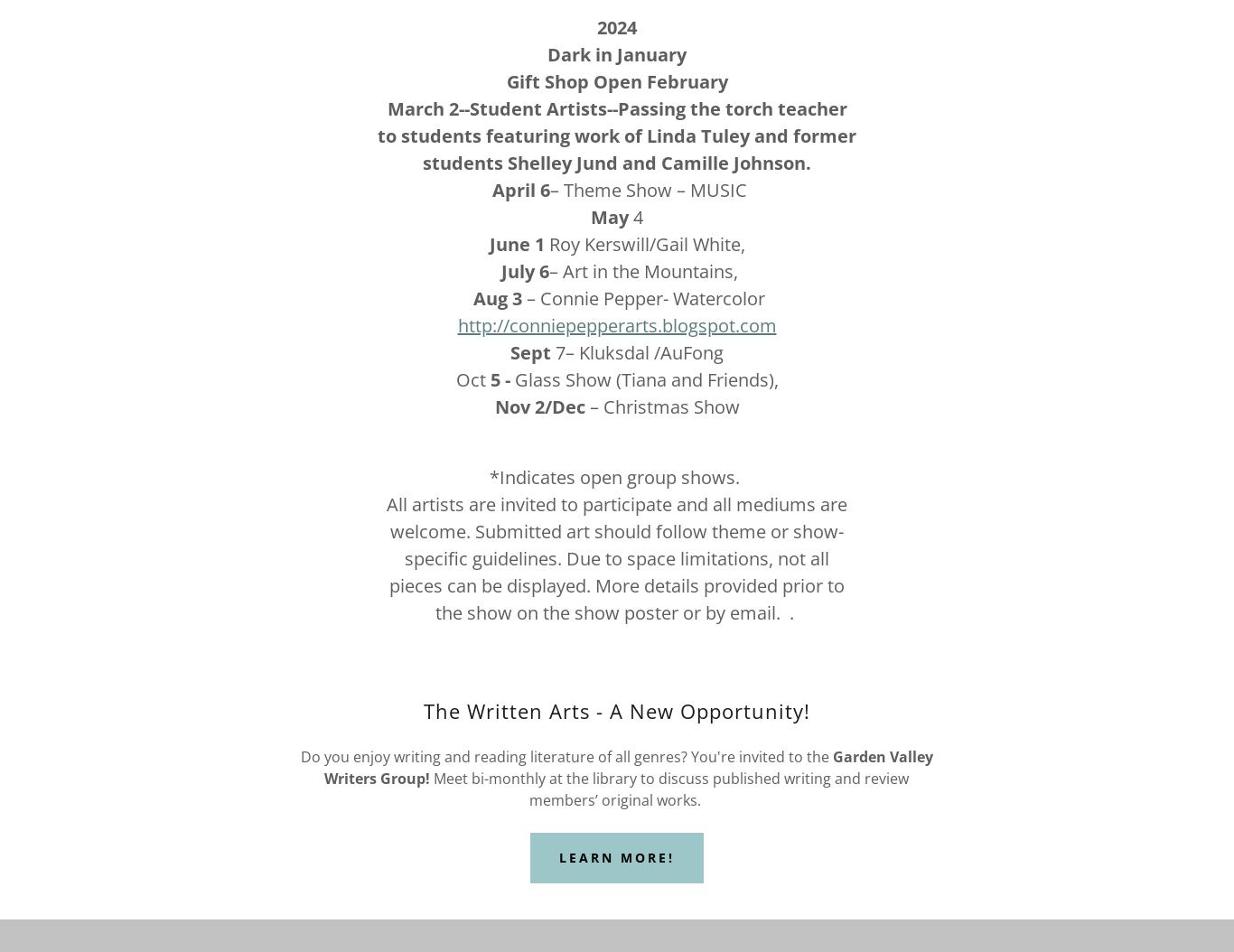 This screenshot has height=952, width=1234. What do you see at coordinates (323, 766) in the screenshot?
I see `'Garden Valley Writers Group!'` at bounding box center [323, 766].